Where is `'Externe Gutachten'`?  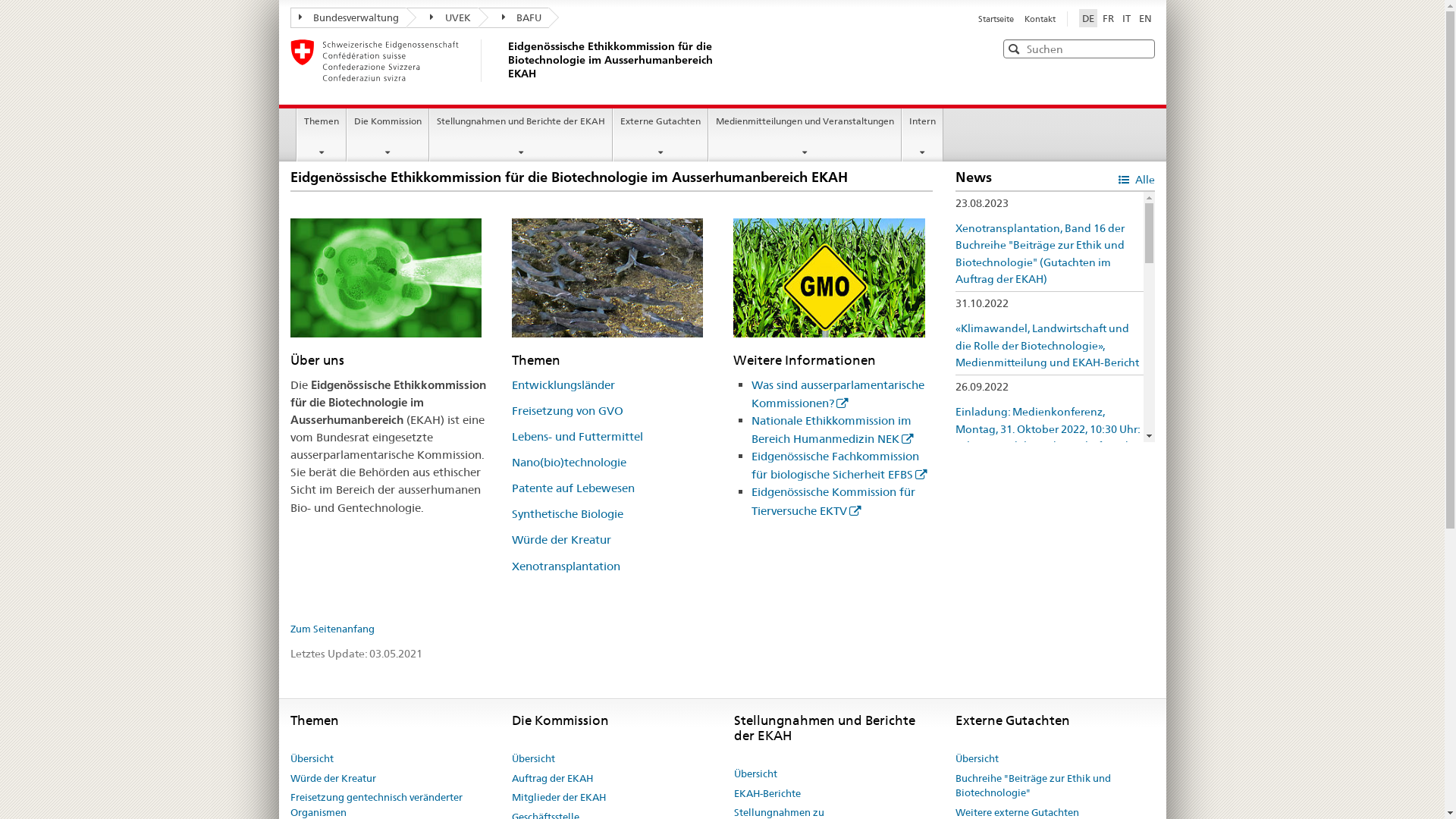
'Externe Gutachten' is located at coordinates (660, 133).